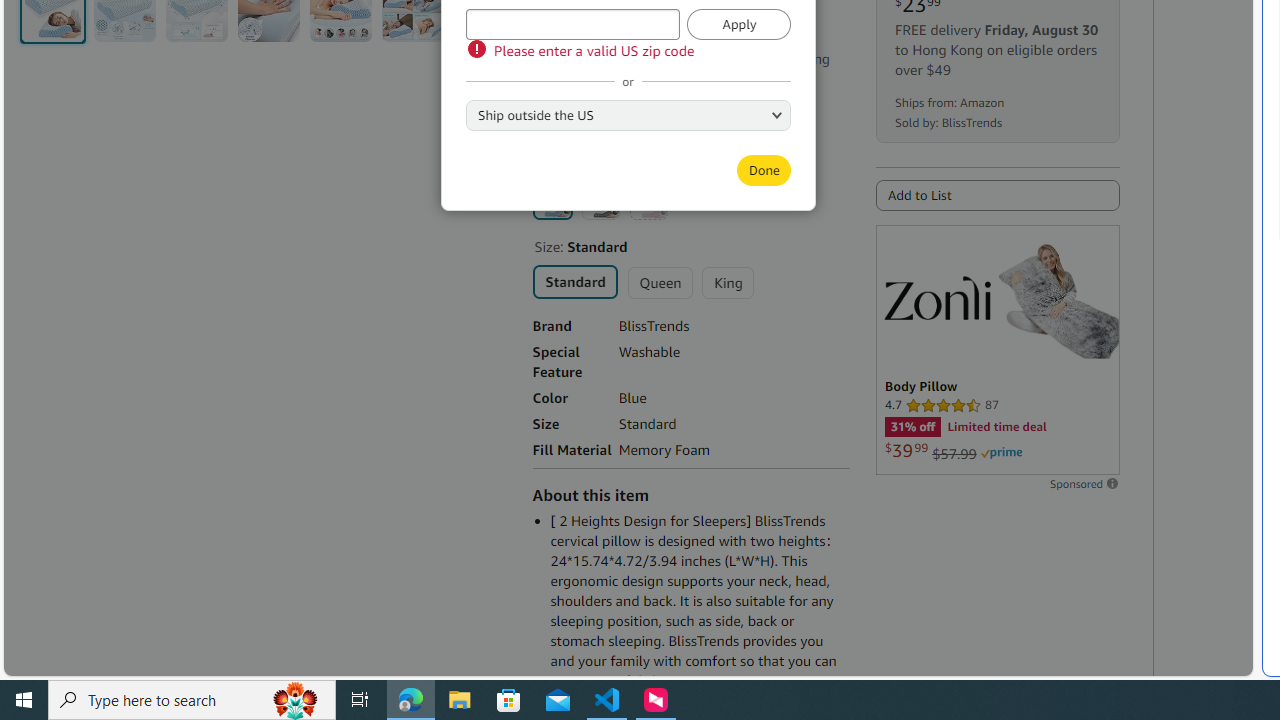 Image resolution: width=1280 pixels, height=720 pixels. Describe the element at coordinates (599, 200) in the screenshot. I see `'Grey'` at that location.